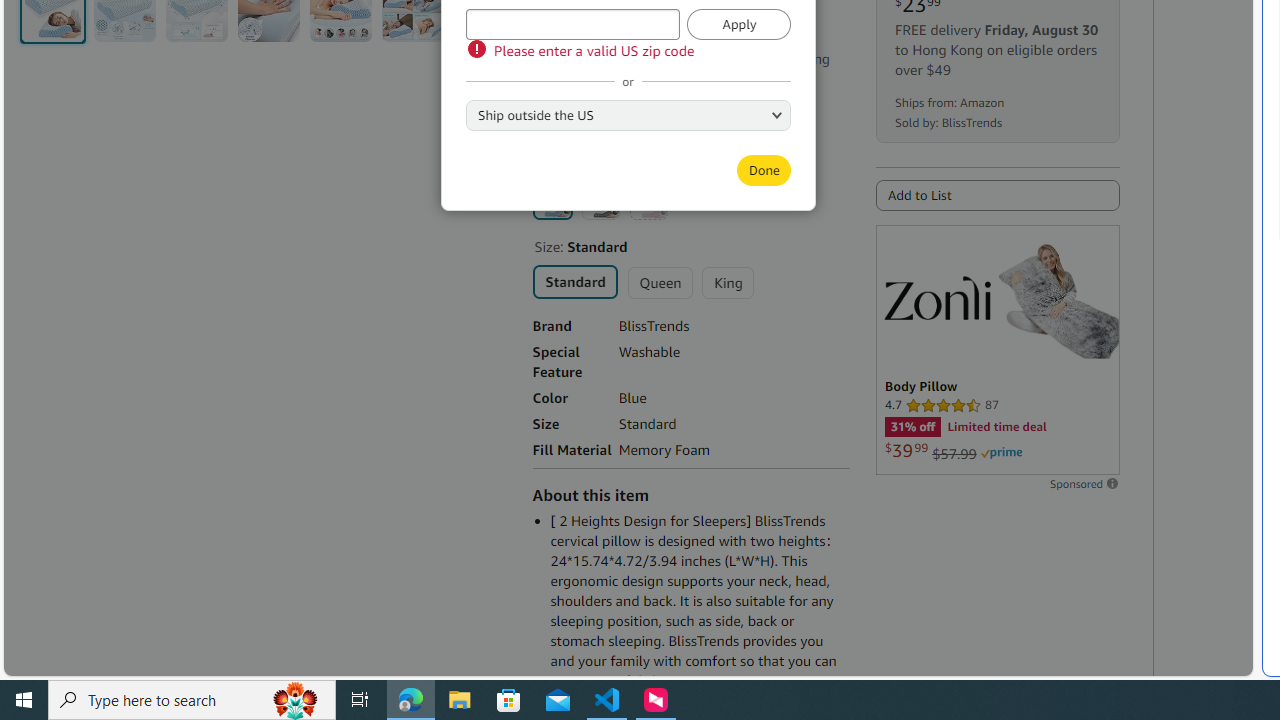 Image resolution: width=1280 pixels, height=720 pixels. Describe the element at coordinates (599, 200) in the screenshot. I see `'Grey'` at that location.